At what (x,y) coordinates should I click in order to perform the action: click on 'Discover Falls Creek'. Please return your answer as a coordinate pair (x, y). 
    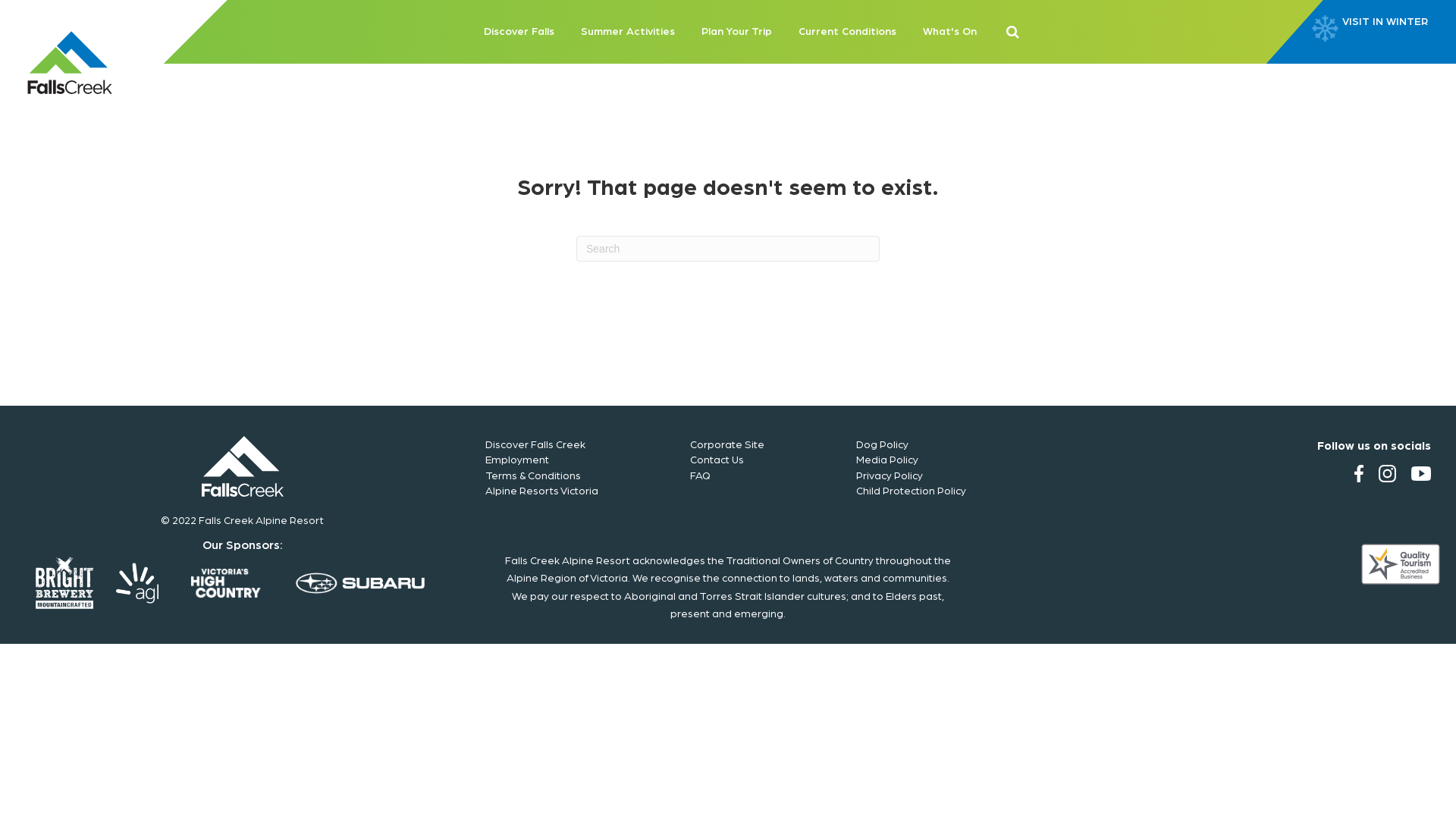
    Looking at the image, I should click on (535, 444).